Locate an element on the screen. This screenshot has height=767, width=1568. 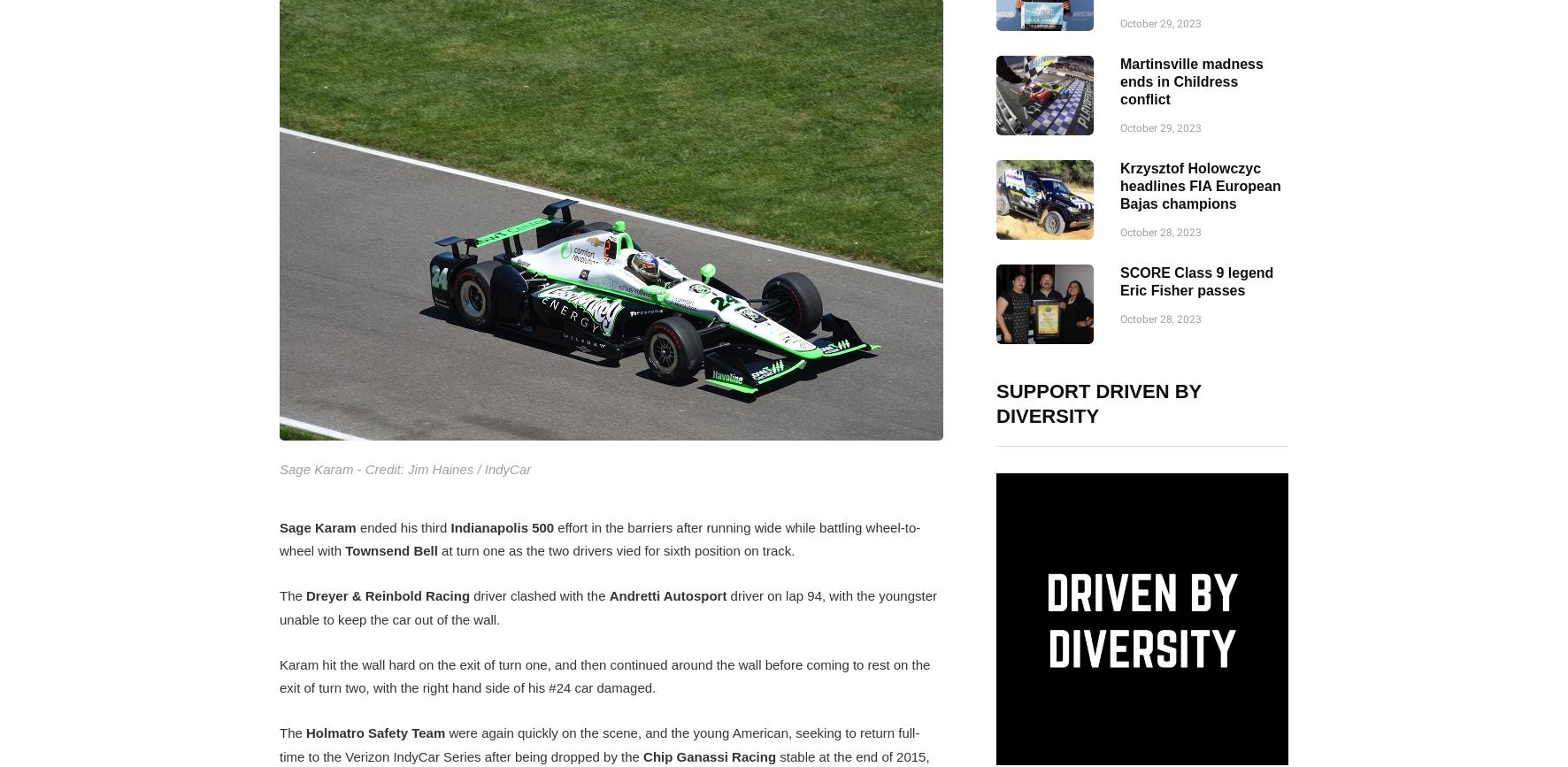
'SCORE Class 9 legend Eric Fisher passes' is located at coordinates (1195, 281).